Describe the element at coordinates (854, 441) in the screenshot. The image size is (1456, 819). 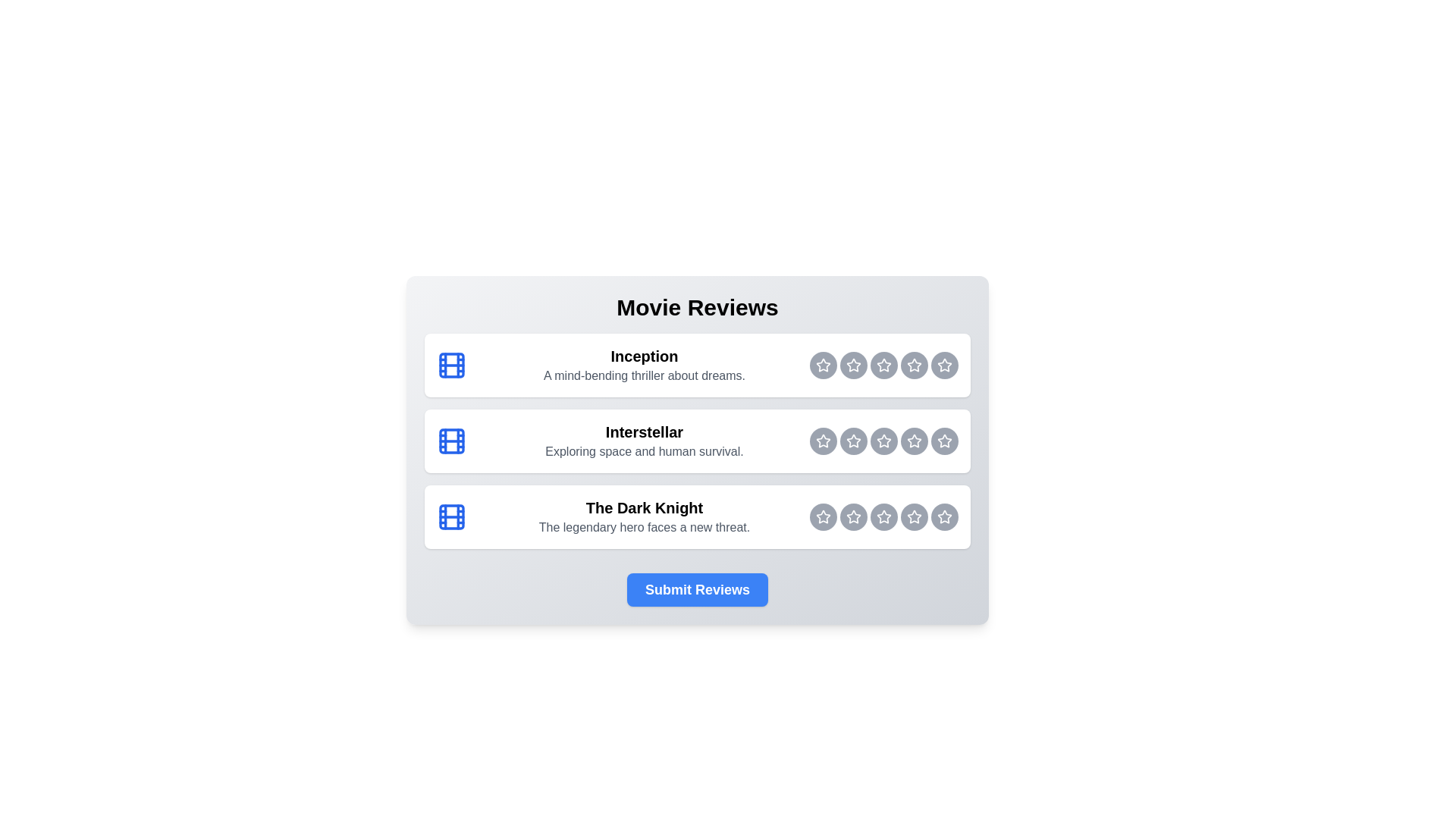
I see `the rating button for Interstellar at 2 stars` at that location.